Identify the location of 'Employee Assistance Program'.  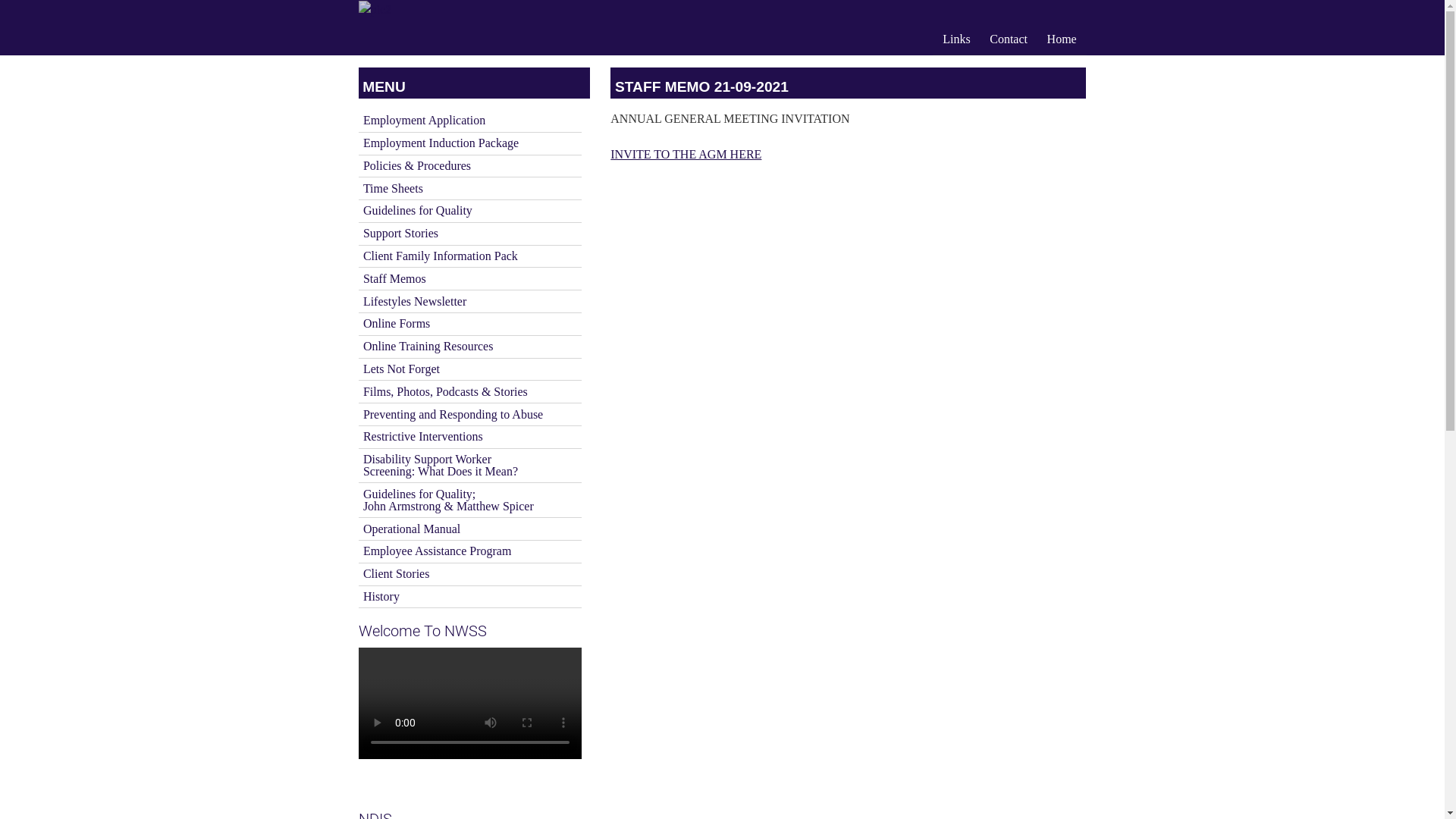
(469, 551).